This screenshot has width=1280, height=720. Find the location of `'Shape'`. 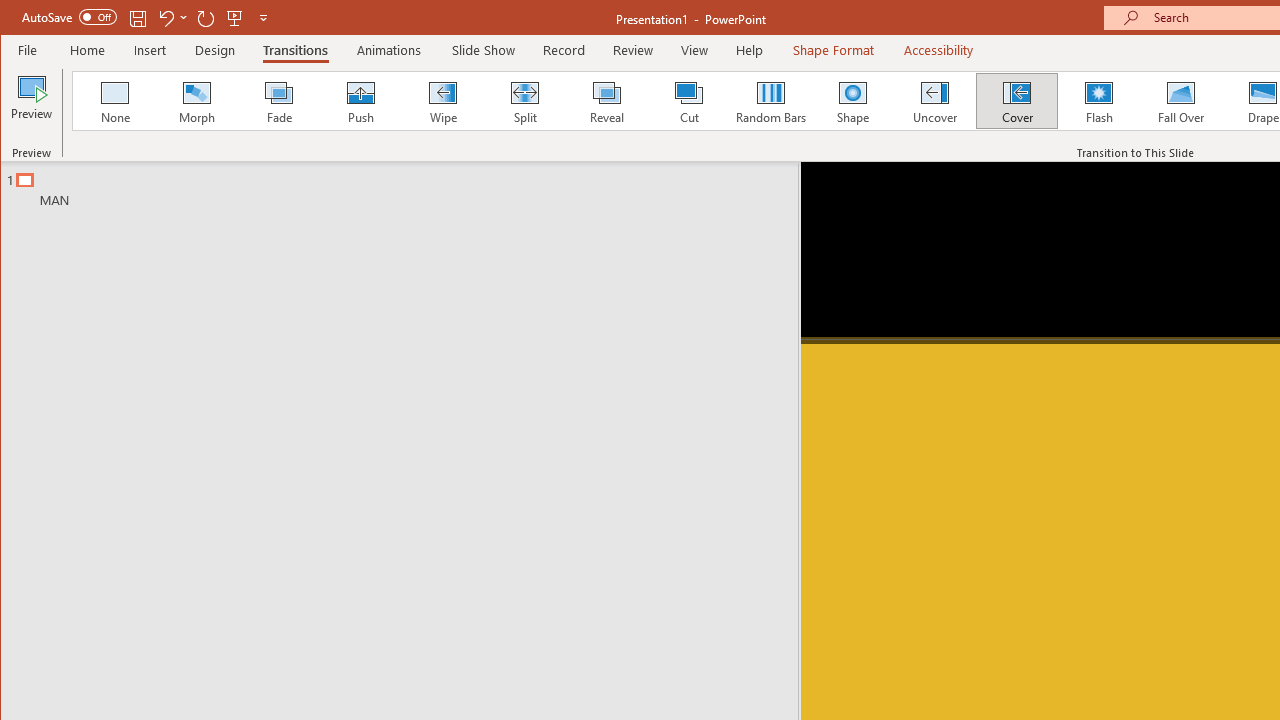

'Shape' is located at coordinates (852, 100).